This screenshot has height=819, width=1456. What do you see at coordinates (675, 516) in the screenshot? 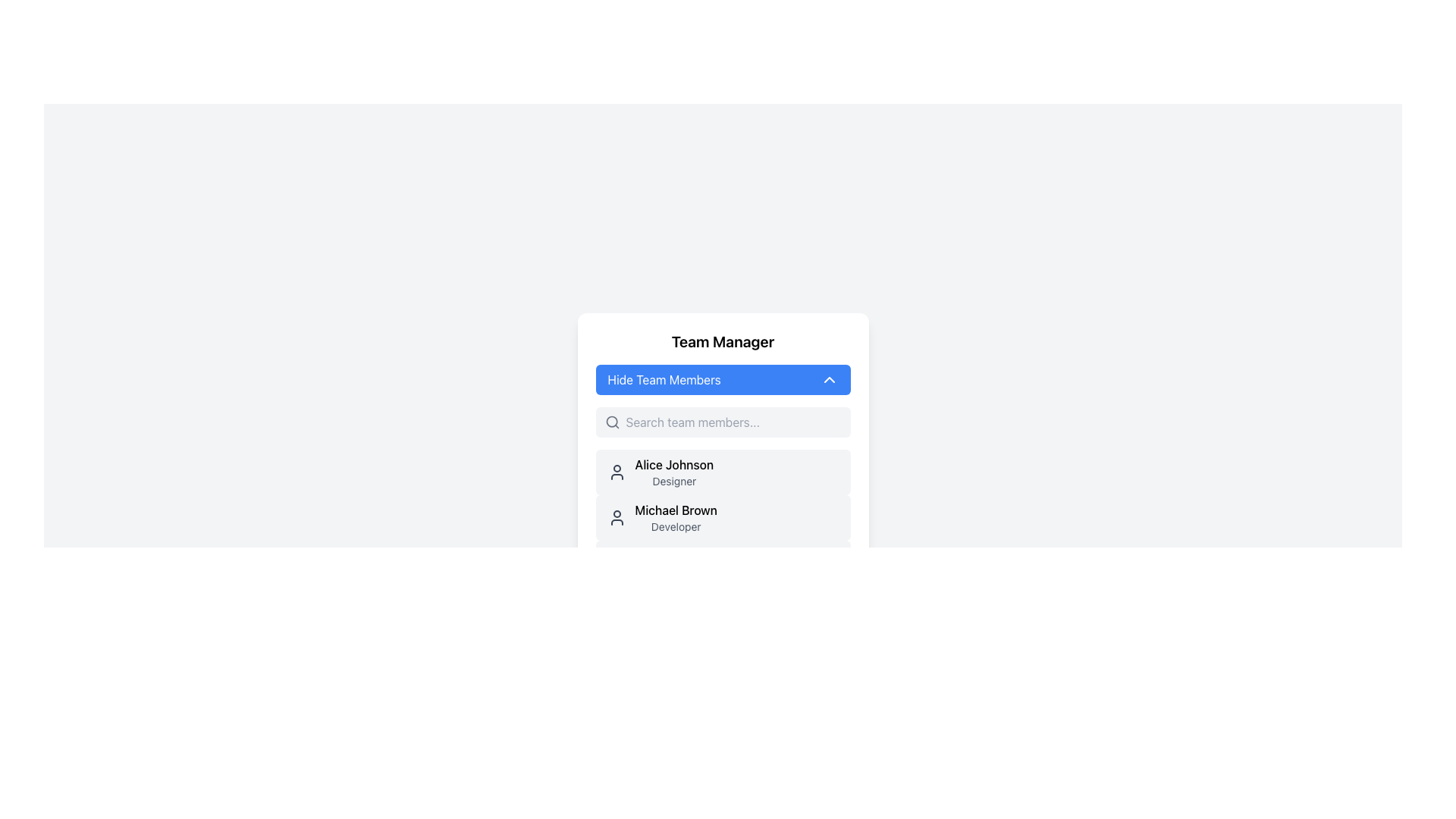
I see `the list item displaying 'Michael Brown - Developer' in the 'Team Manager' section of the team management interface` at bounding box center [675, 516].